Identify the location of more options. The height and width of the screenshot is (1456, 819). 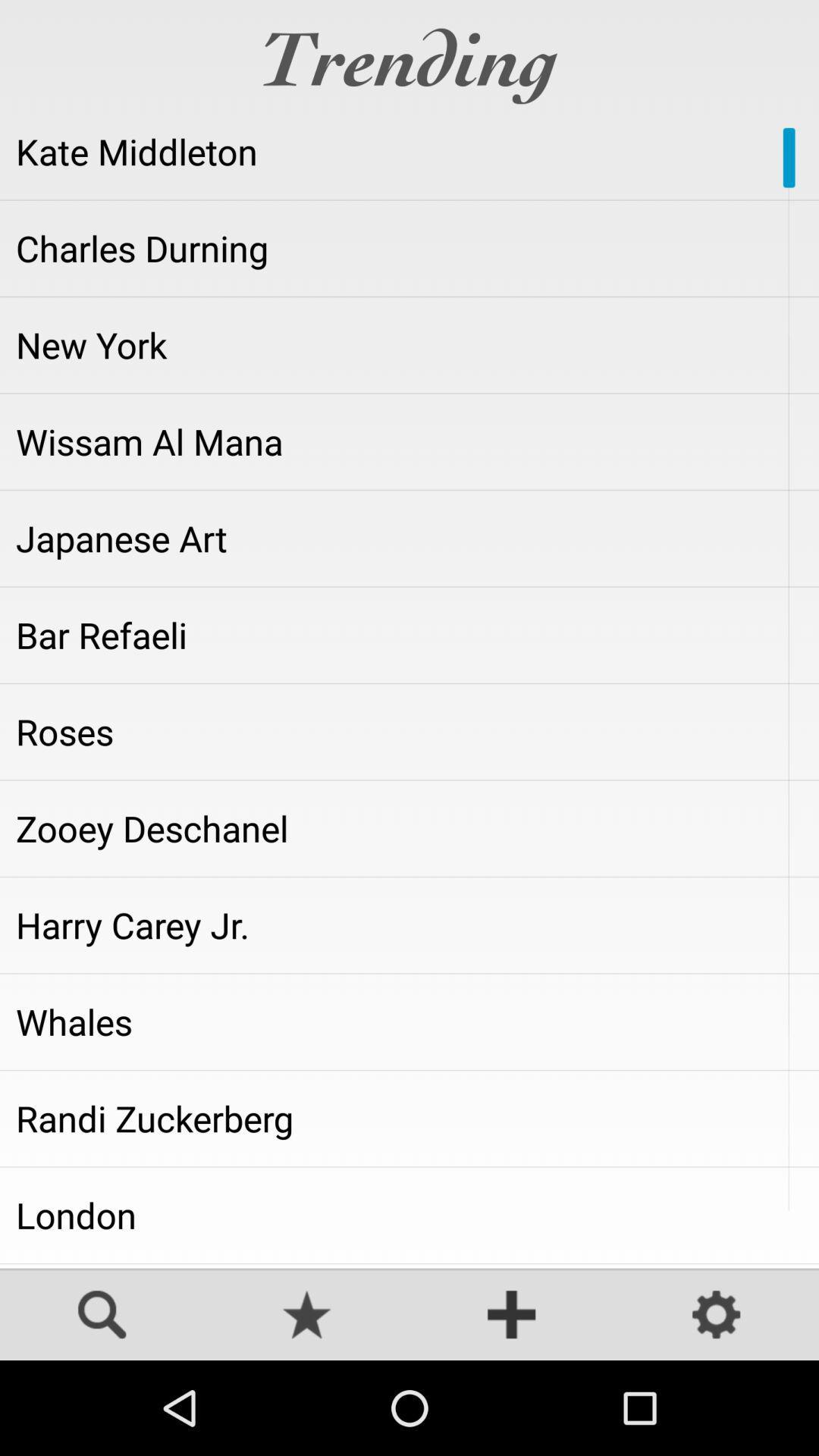
(512, 1316).